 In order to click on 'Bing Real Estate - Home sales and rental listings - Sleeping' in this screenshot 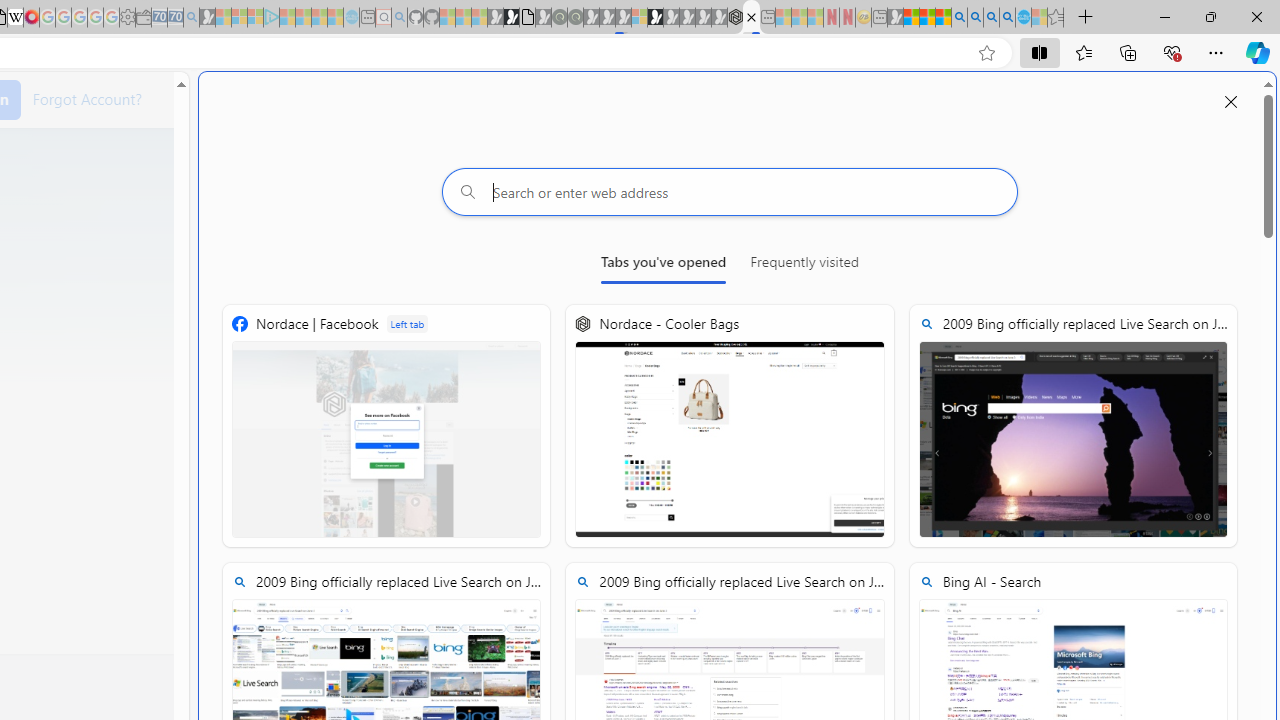, I will do `click(191, 17)`.